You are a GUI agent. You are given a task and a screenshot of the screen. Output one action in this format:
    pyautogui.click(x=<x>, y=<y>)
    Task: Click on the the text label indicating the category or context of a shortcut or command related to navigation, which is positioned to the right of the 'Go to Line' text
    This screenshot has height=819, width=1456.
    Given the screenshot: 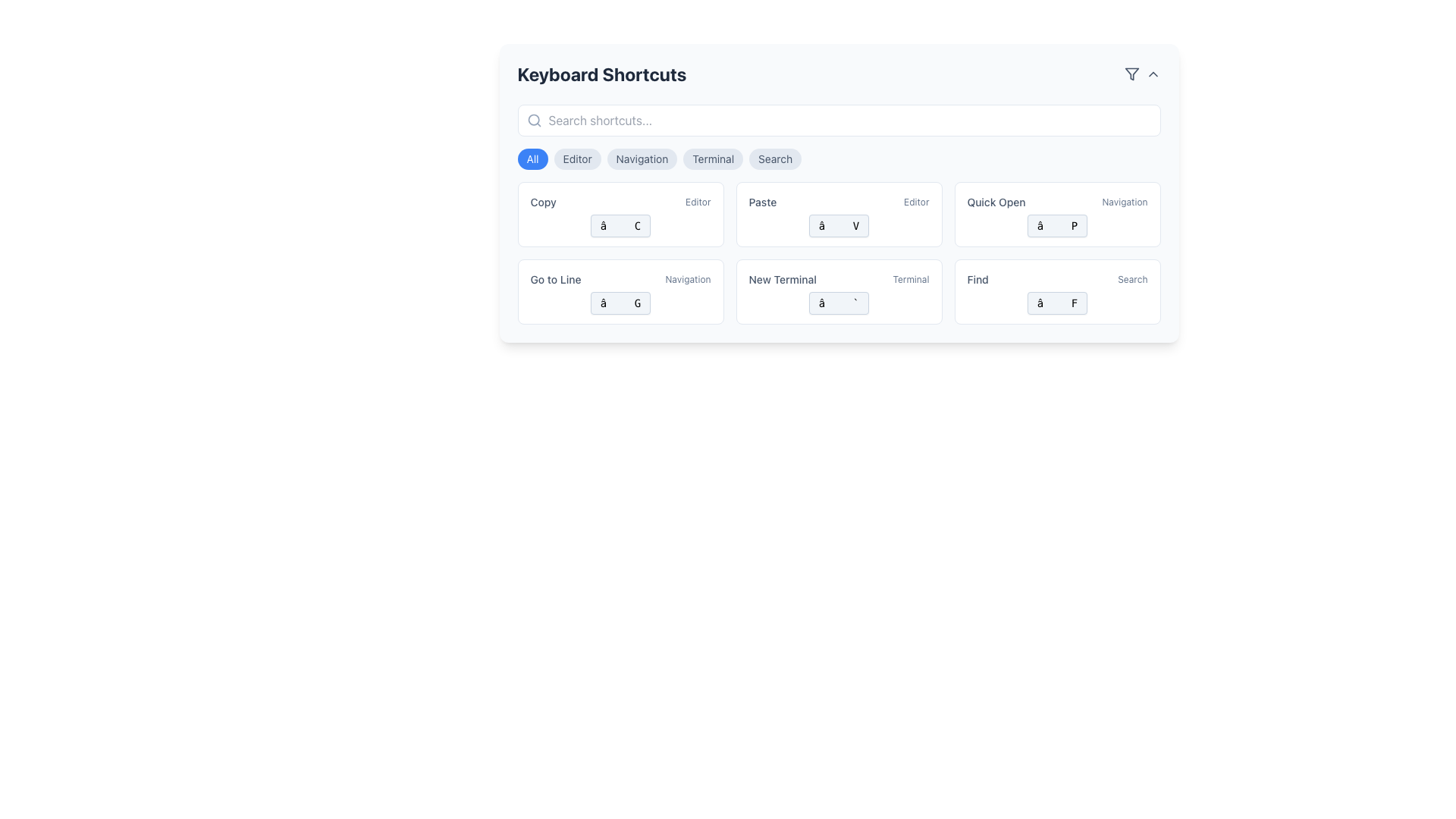 What is the action you would take?
    pyautogui.click(x=687, y=280)
    